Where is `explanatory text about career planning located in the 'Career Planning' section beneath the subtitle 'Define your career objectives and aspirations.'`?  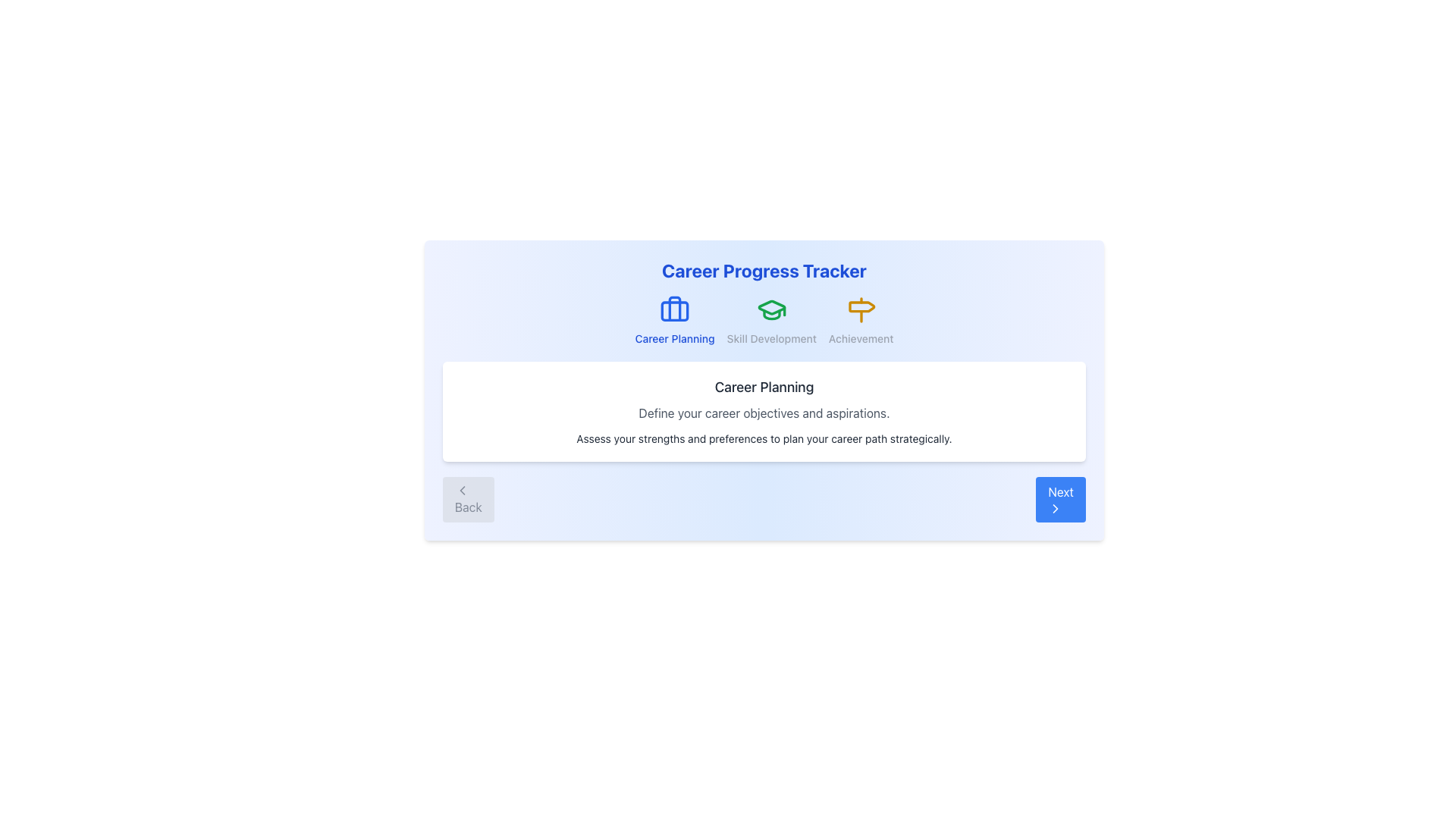
explanatory text about career planning located in the 'Career Planning' section beneath the subtitle 'Define your career objectives and aspirations.' is located at coordinates (764, 438).